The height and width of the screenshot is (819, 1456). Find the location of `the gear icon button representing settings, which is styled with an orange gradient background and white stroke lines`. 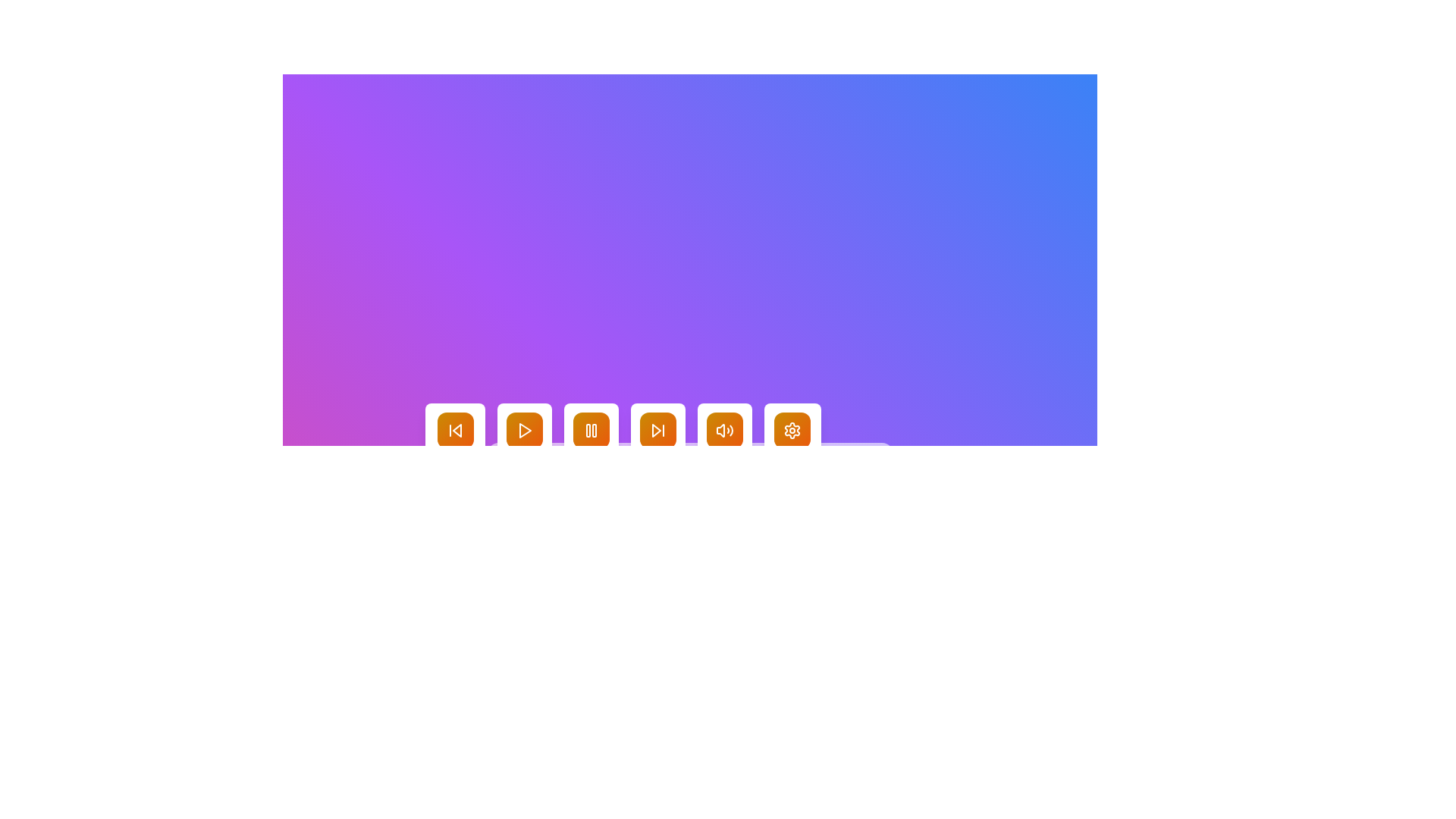

the gear icon button representing settings, which is styled with an orange gradient background and white stroke lines is located at coordinates (792, 430).